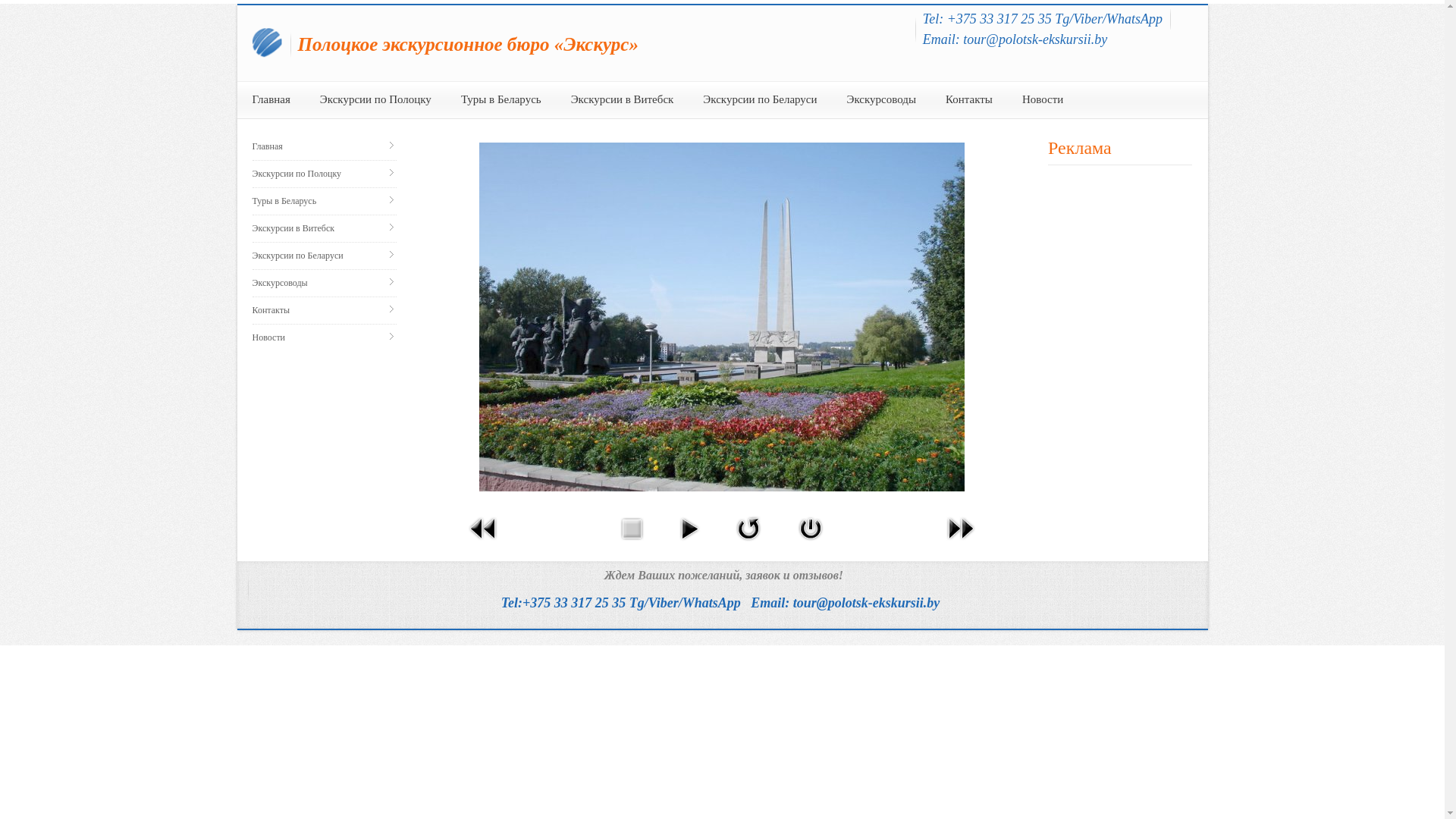 This screenshot has height=819, width=1456. I want to click on 'Close Window', so click(810, 541).